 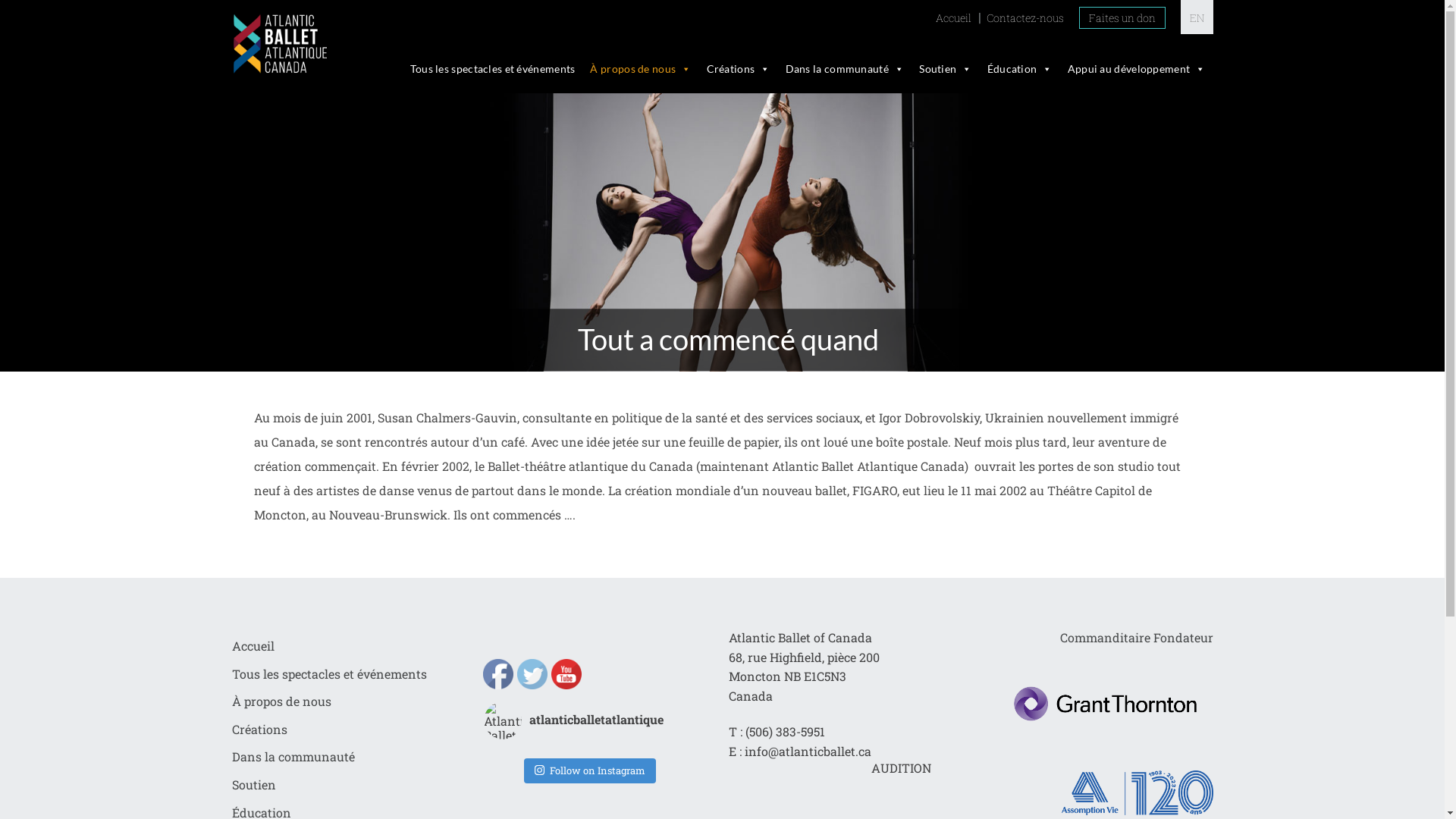 What do you see at coordinates (1024, 17) in the screenshot?
I see `'Contactez-nous'` at bounding box center [1024, 17].